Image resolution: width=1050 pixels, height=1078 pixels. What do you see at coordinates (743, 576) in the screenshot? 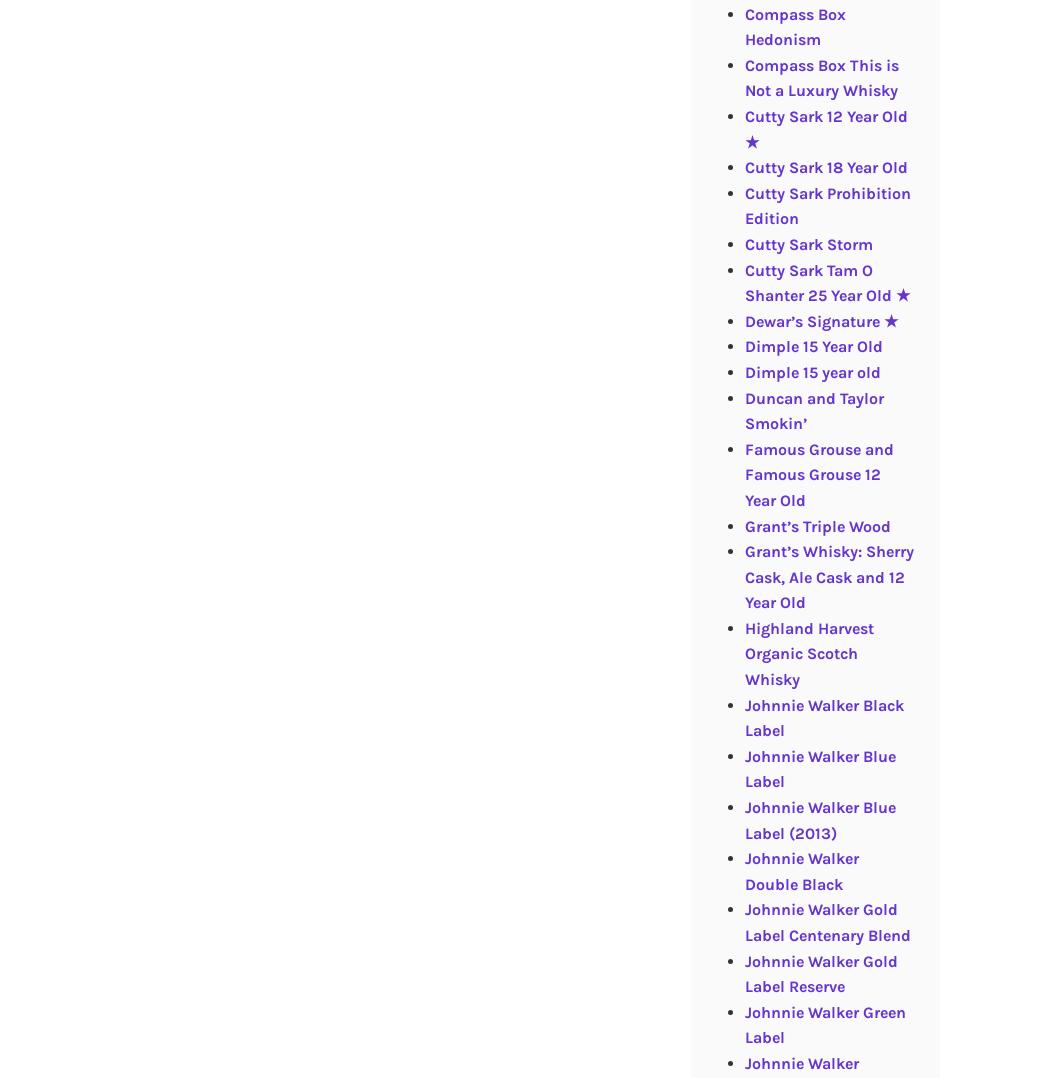
I see `'Grant’s Whisky: Sherry Cask, Ale Cask and 12 Year Old'` at bounding box center [743, 576].